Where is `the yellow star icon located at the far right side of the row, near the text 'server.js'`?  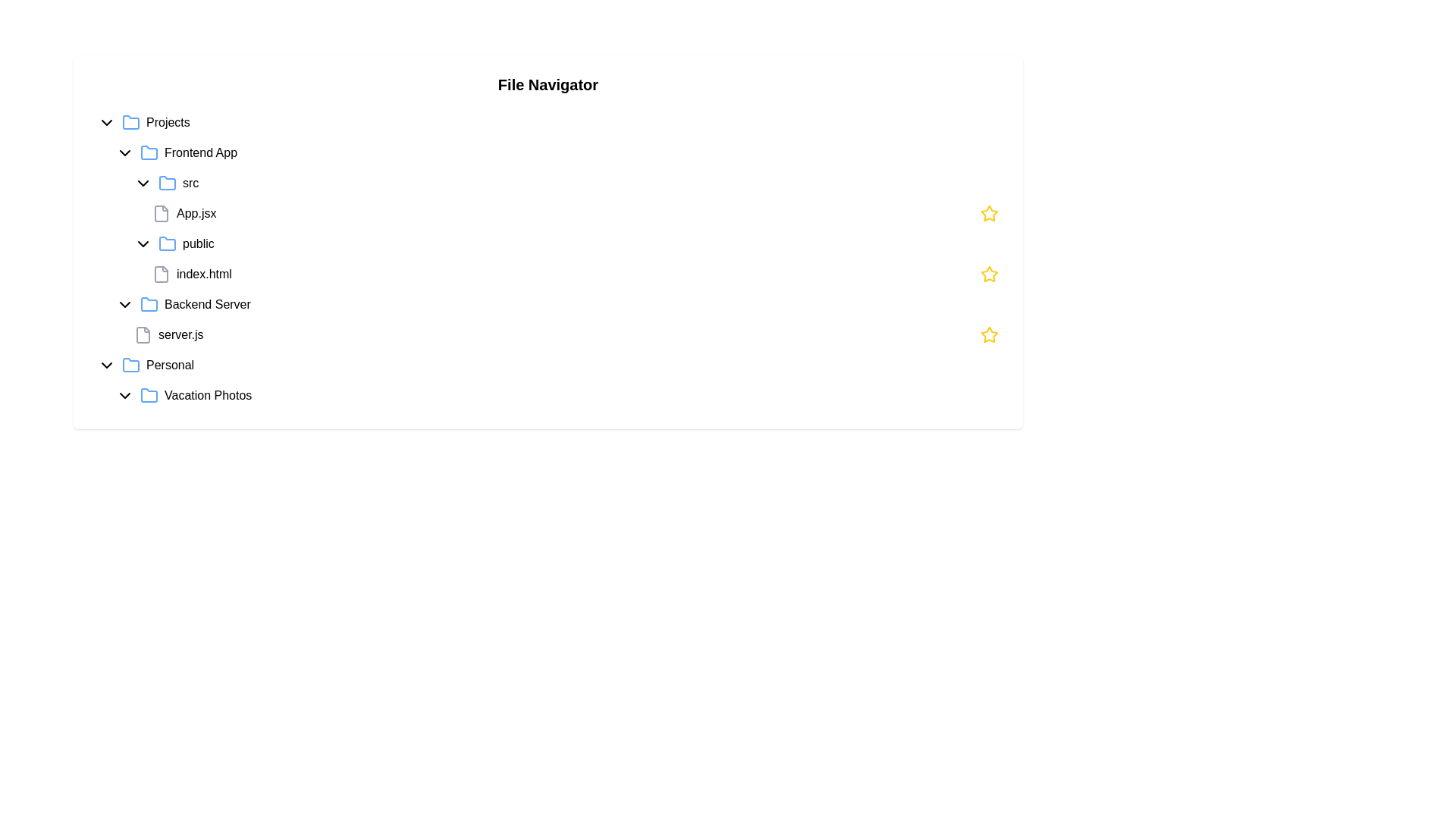
the yellow star icon located at the far right side of the row, near the text 'server.js' is located at coordinates (990, 334).